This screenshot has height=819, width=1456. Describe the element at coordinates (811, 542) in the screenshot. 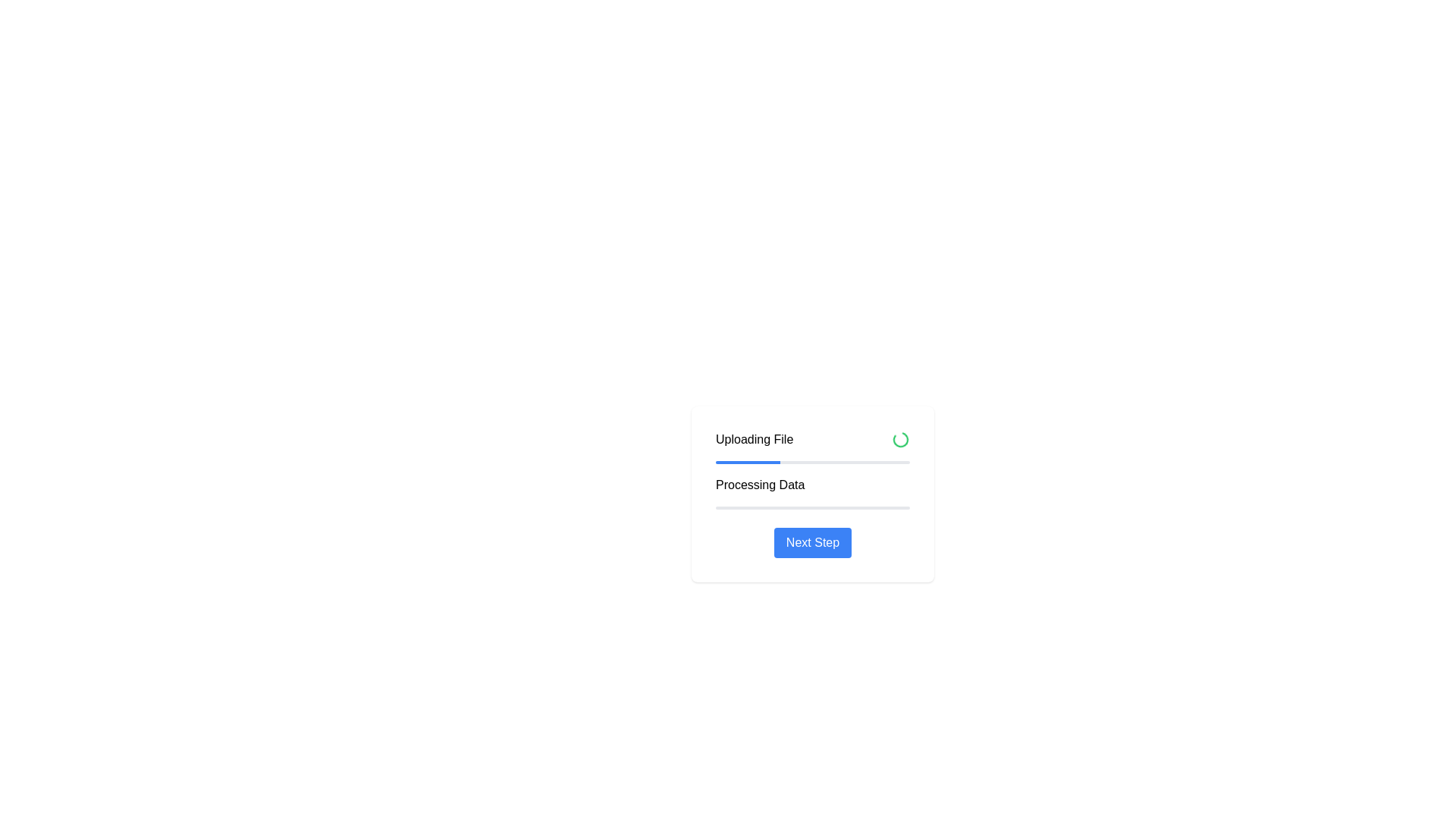

I see `the 'Next Step' button located in the lower section of the card-like interface to proceed with the ongoing workflow` at that location.